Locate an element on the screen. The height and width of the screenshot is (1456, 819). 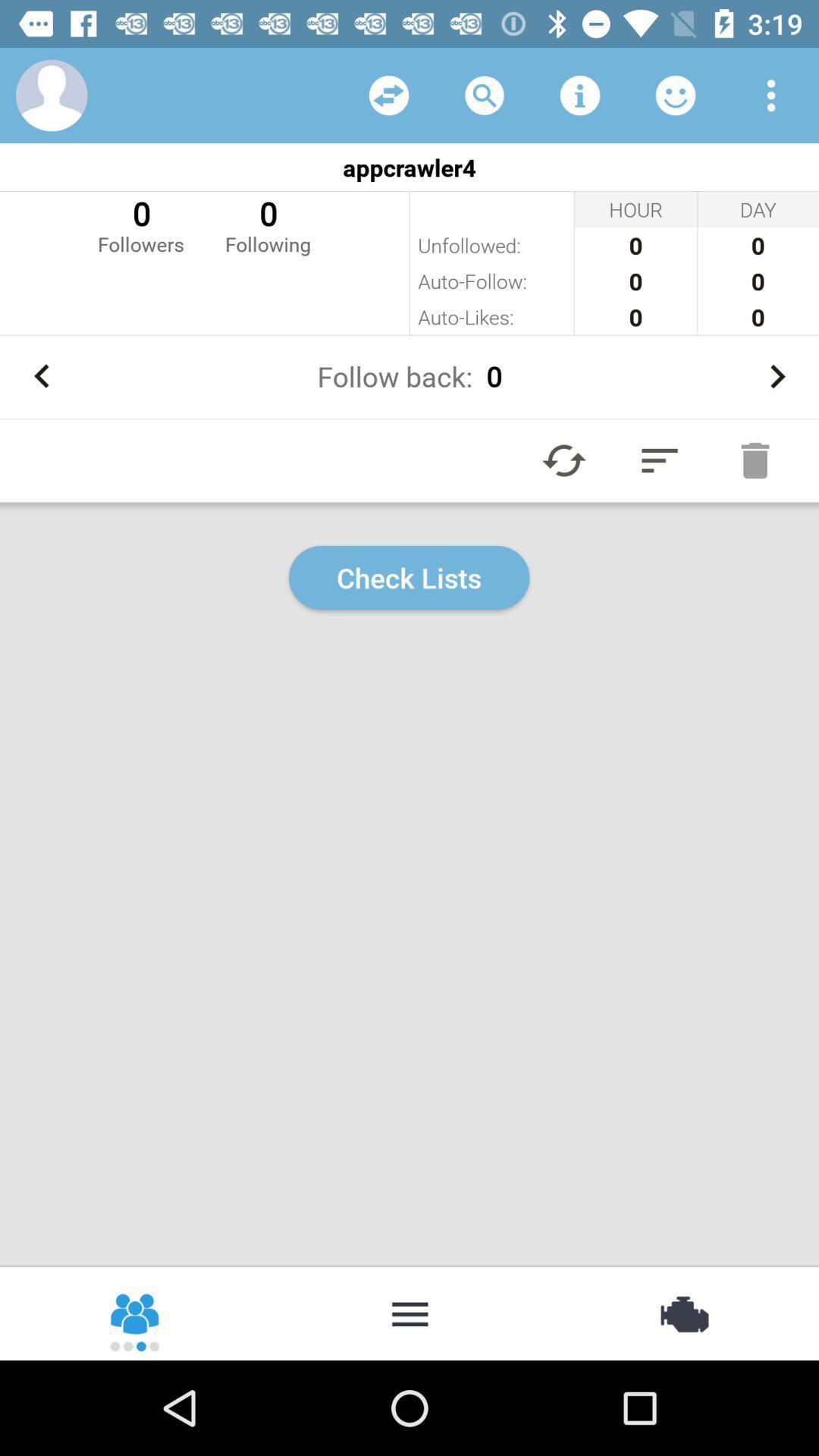
delete item is located at coordinates (755, 460).